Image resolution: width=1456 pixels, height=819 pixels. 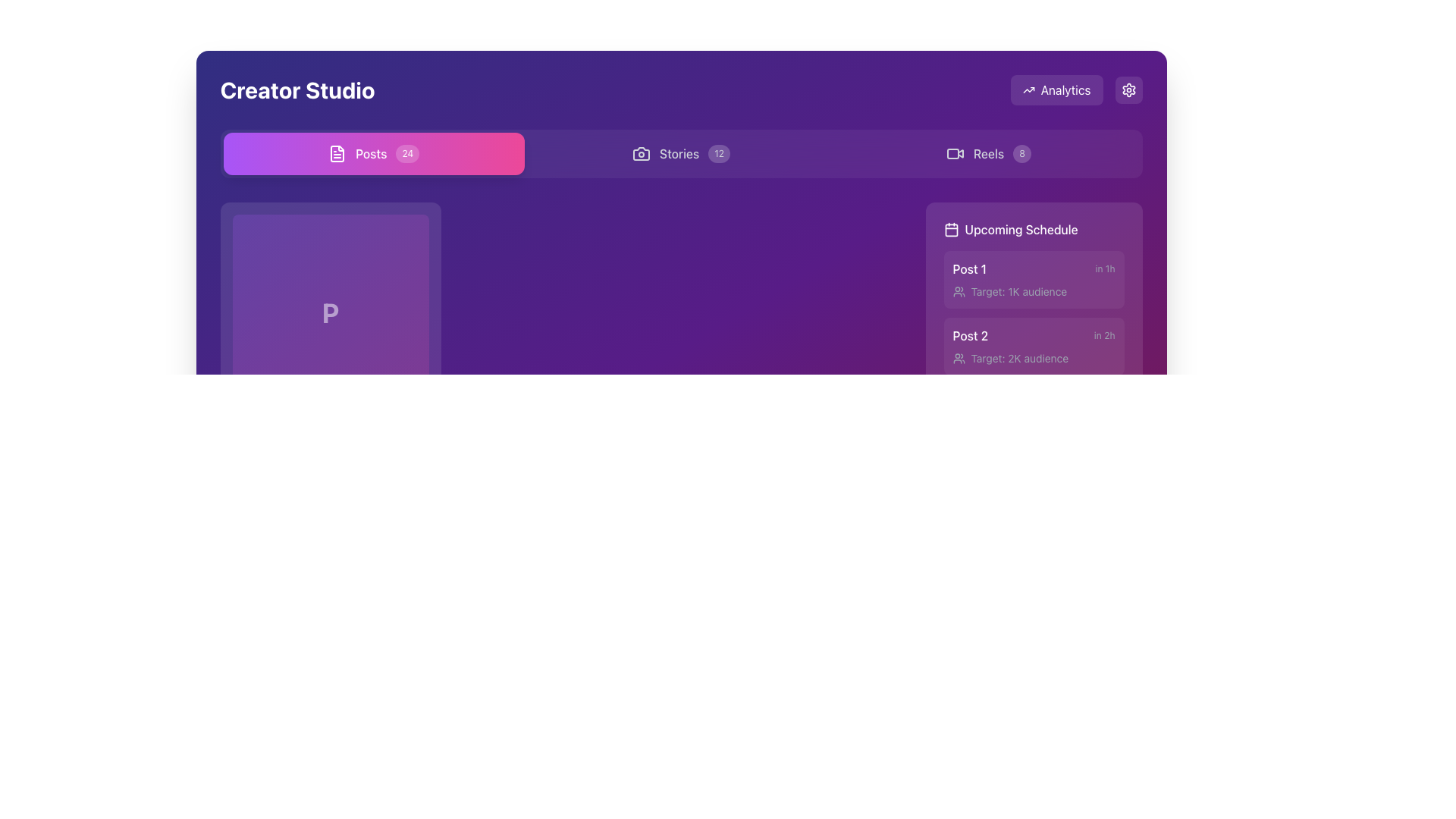 I want to click on the 'Posts' button located in the first position among three similar buttons ('Posts', 'Stories', 'Reels'), so click(x=374, y=154).